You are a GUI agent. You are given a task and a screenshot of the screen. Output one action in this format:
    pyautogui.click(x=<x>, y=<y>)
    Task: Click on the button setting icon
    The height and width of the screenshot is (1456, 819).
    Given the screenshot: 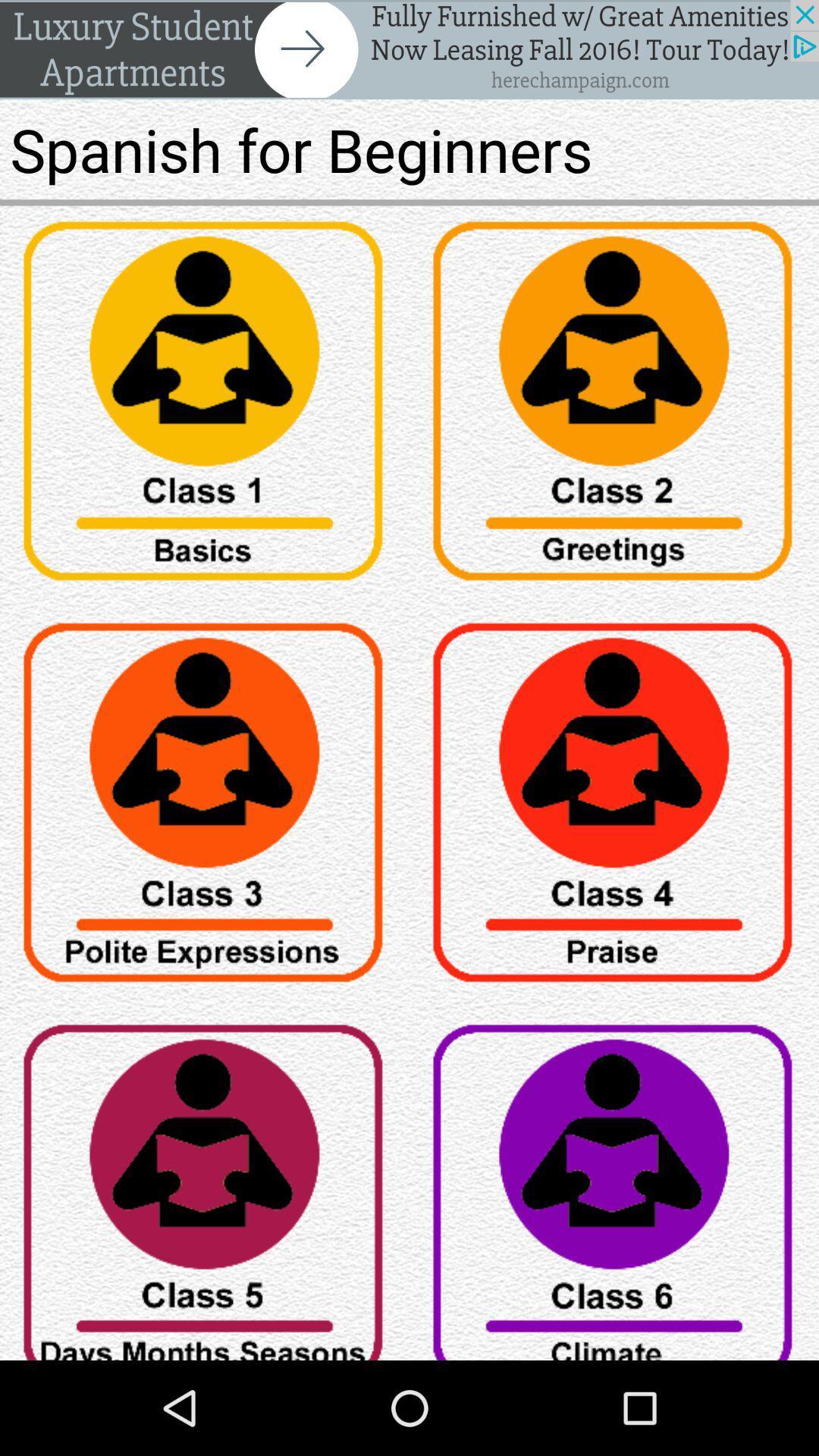 What is the action you would take?
    pyautogui.click(x=614, y=1184)
    